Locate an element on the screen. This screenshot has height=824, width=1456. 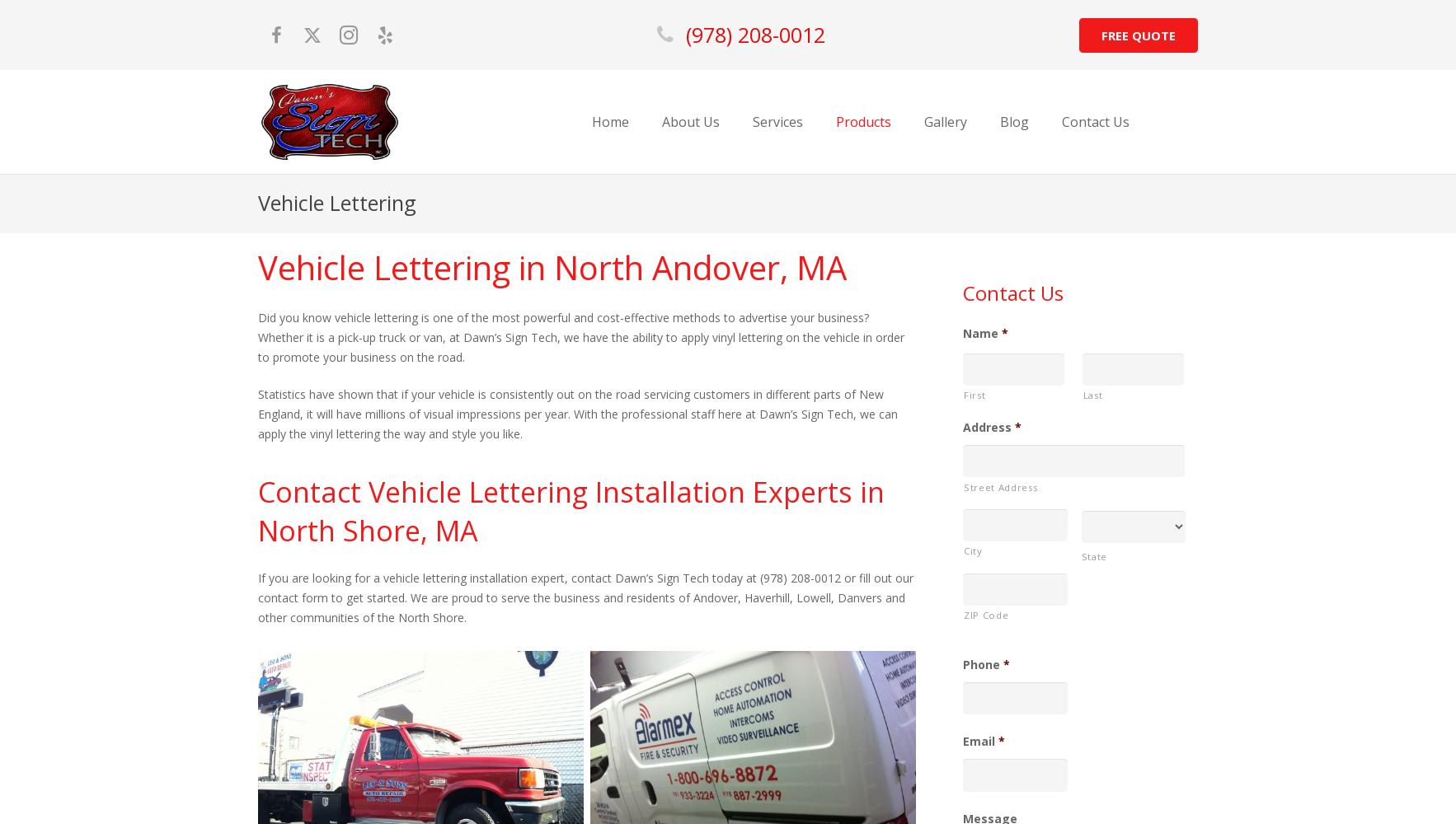
'ZIP Code' is located at coordinates (984, 614).